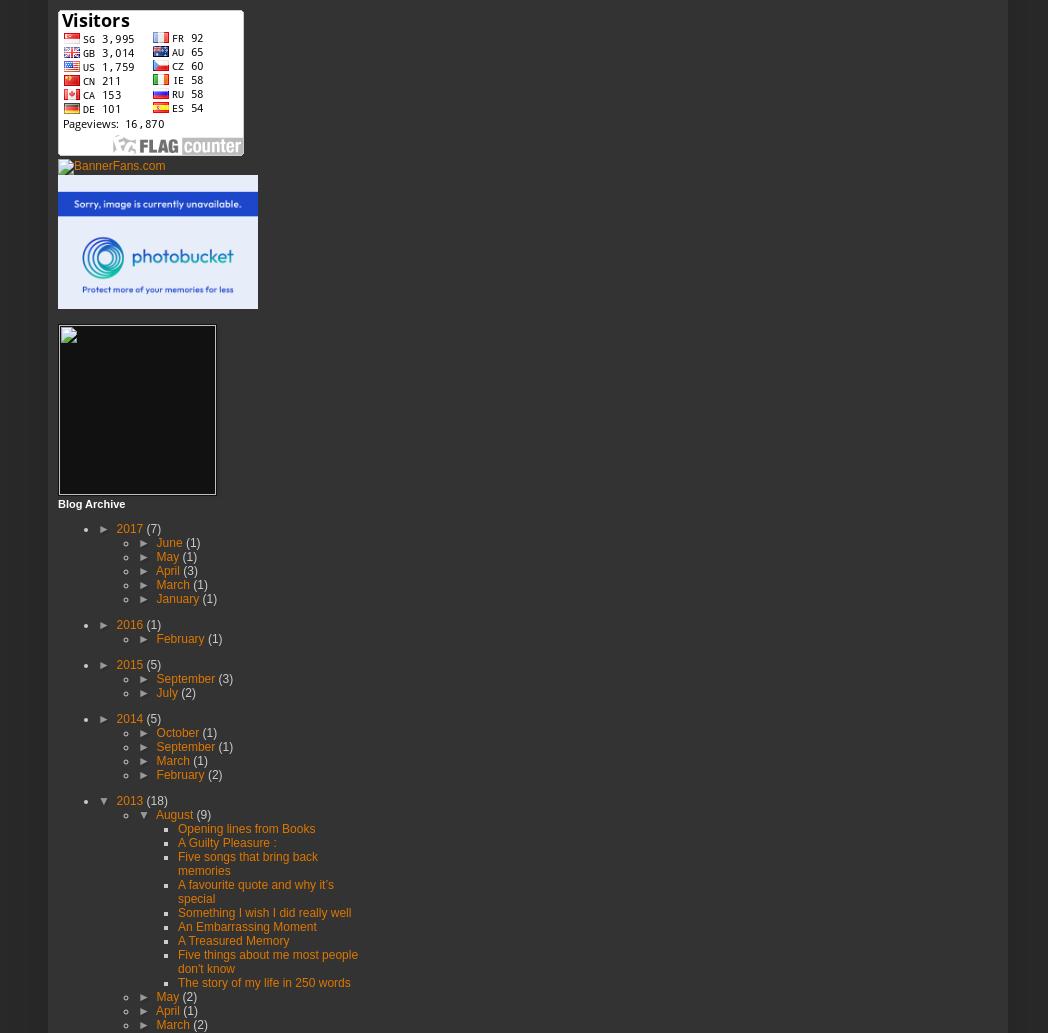  I want to click on '2014', so click(130, 718).